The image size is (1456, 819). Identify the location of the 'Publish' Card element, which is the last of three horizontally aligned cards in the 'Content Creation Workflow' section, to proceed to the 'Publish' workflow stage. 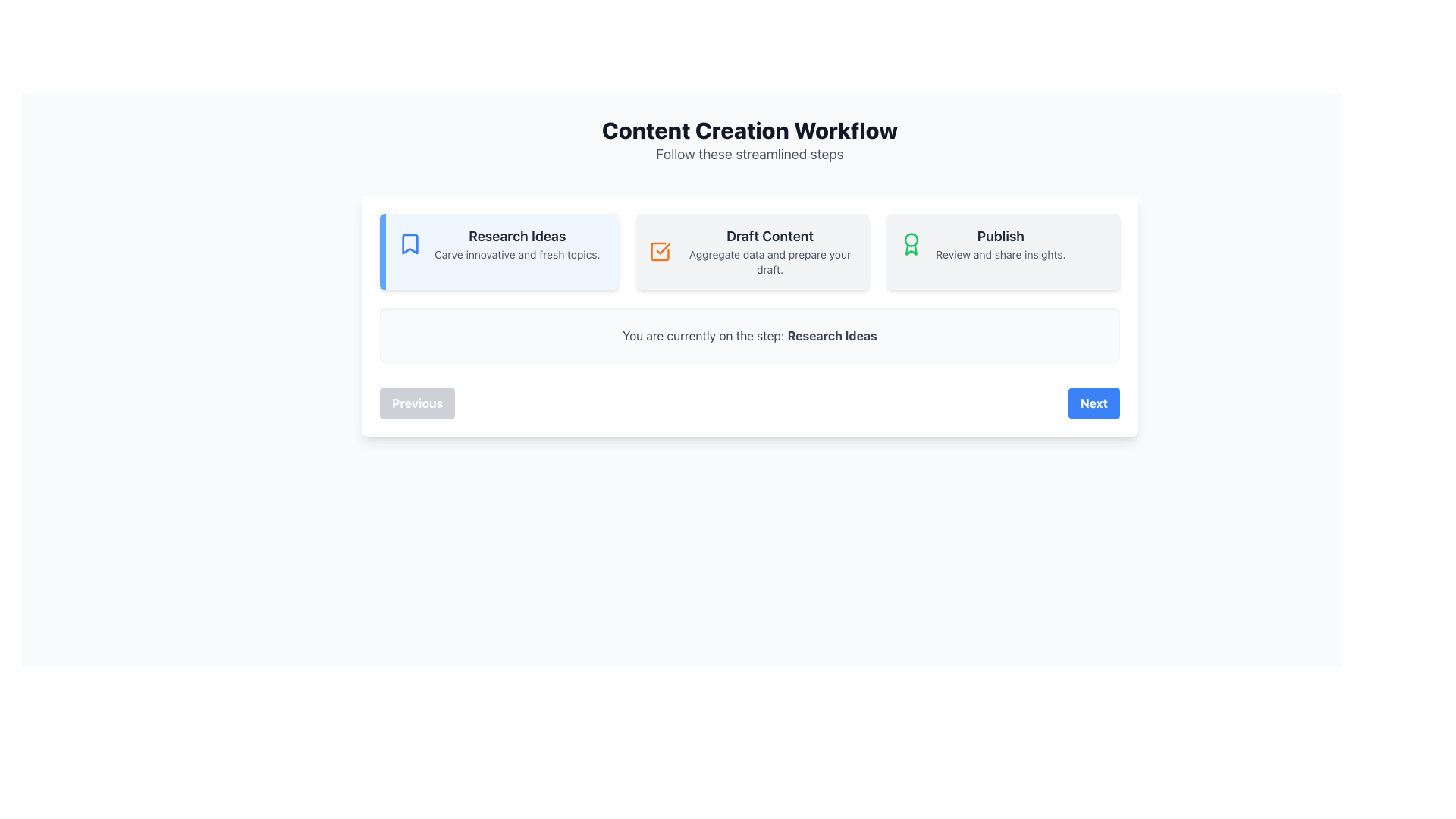
(1003, 250).